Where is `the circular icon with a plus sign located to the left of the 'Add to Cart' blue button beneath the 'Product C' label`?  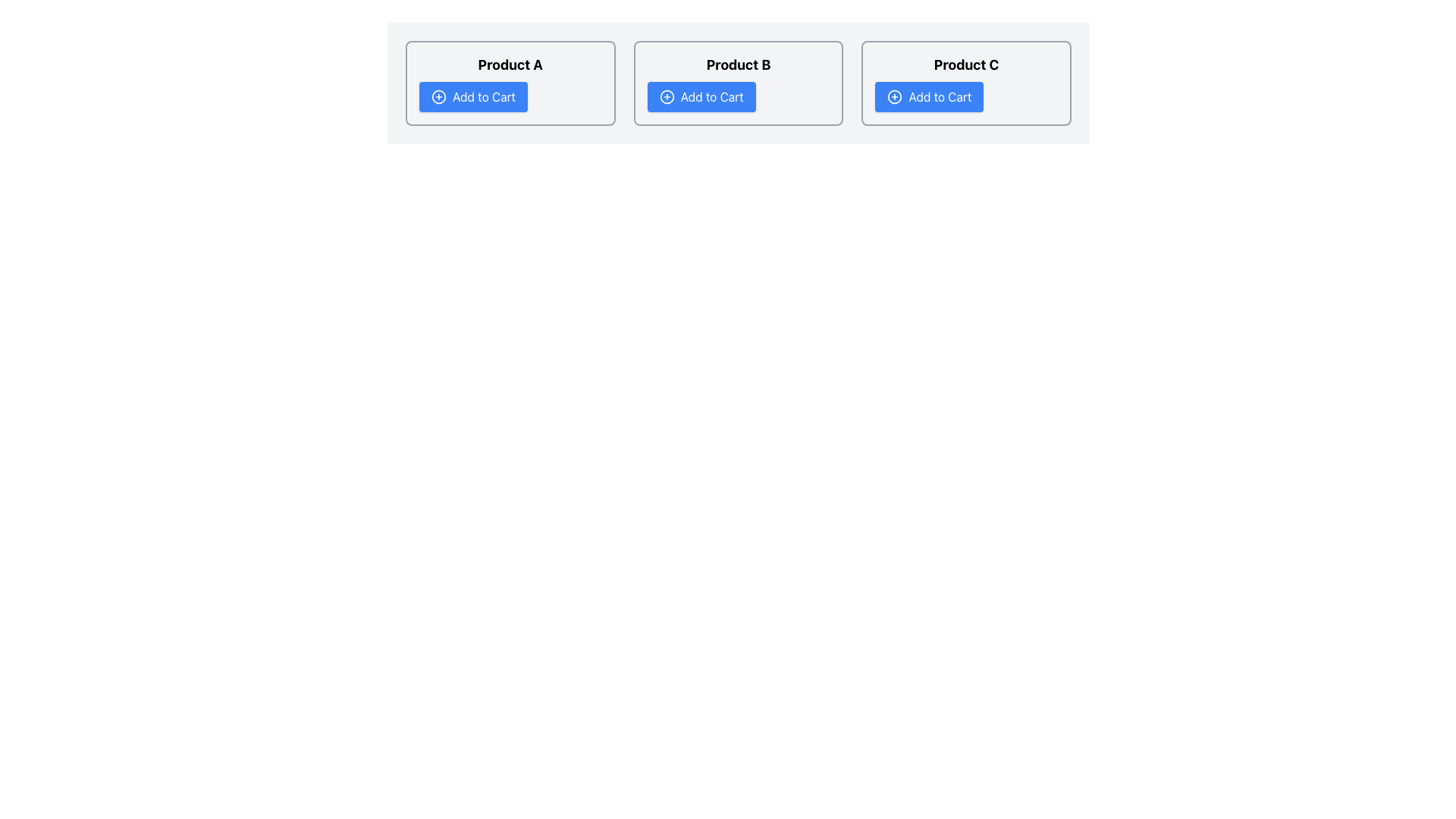 the circular icon with a plus sign located to the left of the 'Add to Cart' blue button beneath the 'Product C' label is located at coordinates (895, 96).